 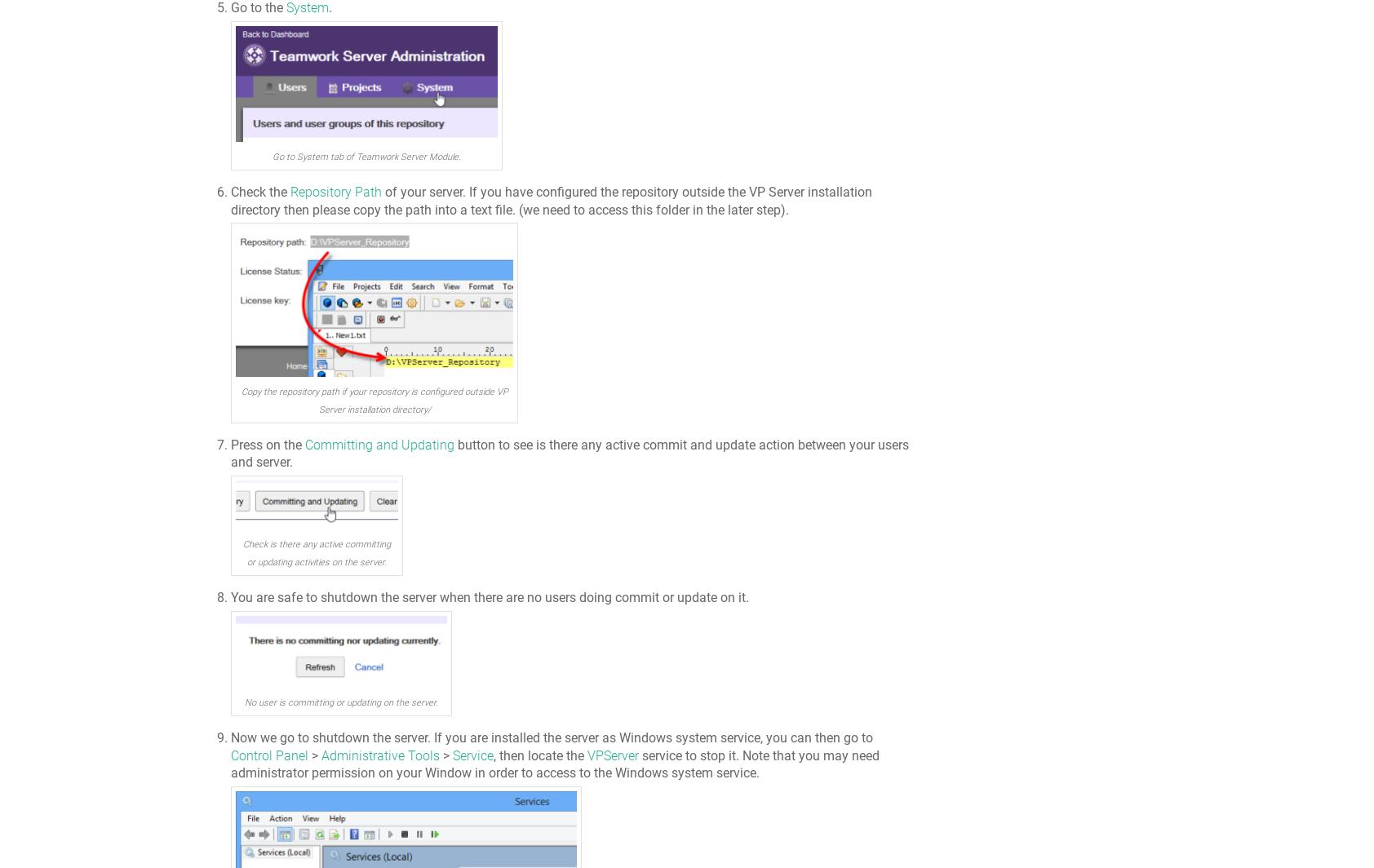 What do you see at coordinates (337, 192) in the screenshot?
I see `'Repository Path'` at bounding box center [337, 192].